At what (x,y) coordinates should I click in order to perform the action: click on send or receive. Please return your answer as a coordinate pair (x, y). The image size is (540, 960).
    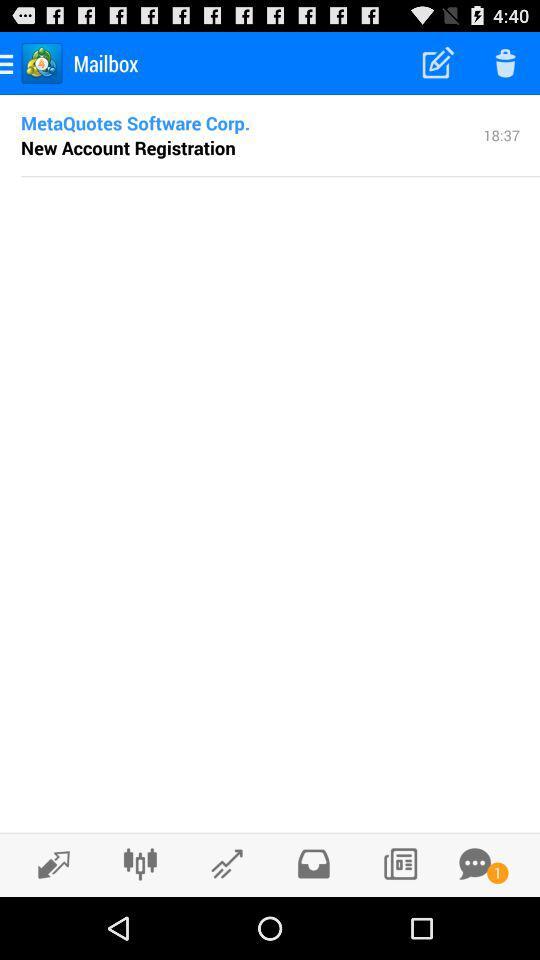
    Looking at the image, I should click on (48, 863).